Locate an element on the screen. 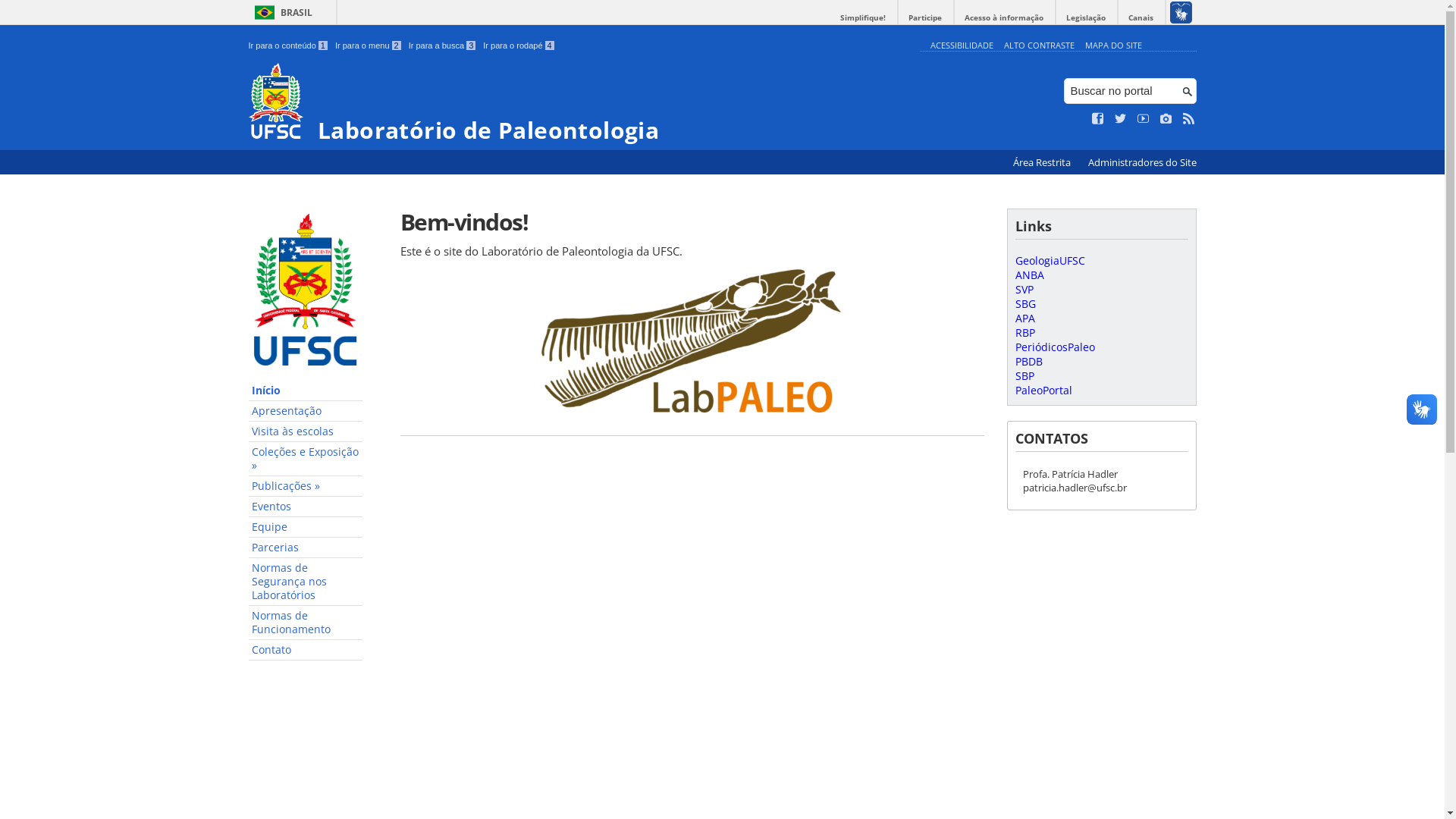 The height and width of the screenshot is (819, 1456). 'Canais' is located at coordinates (1141, 17).